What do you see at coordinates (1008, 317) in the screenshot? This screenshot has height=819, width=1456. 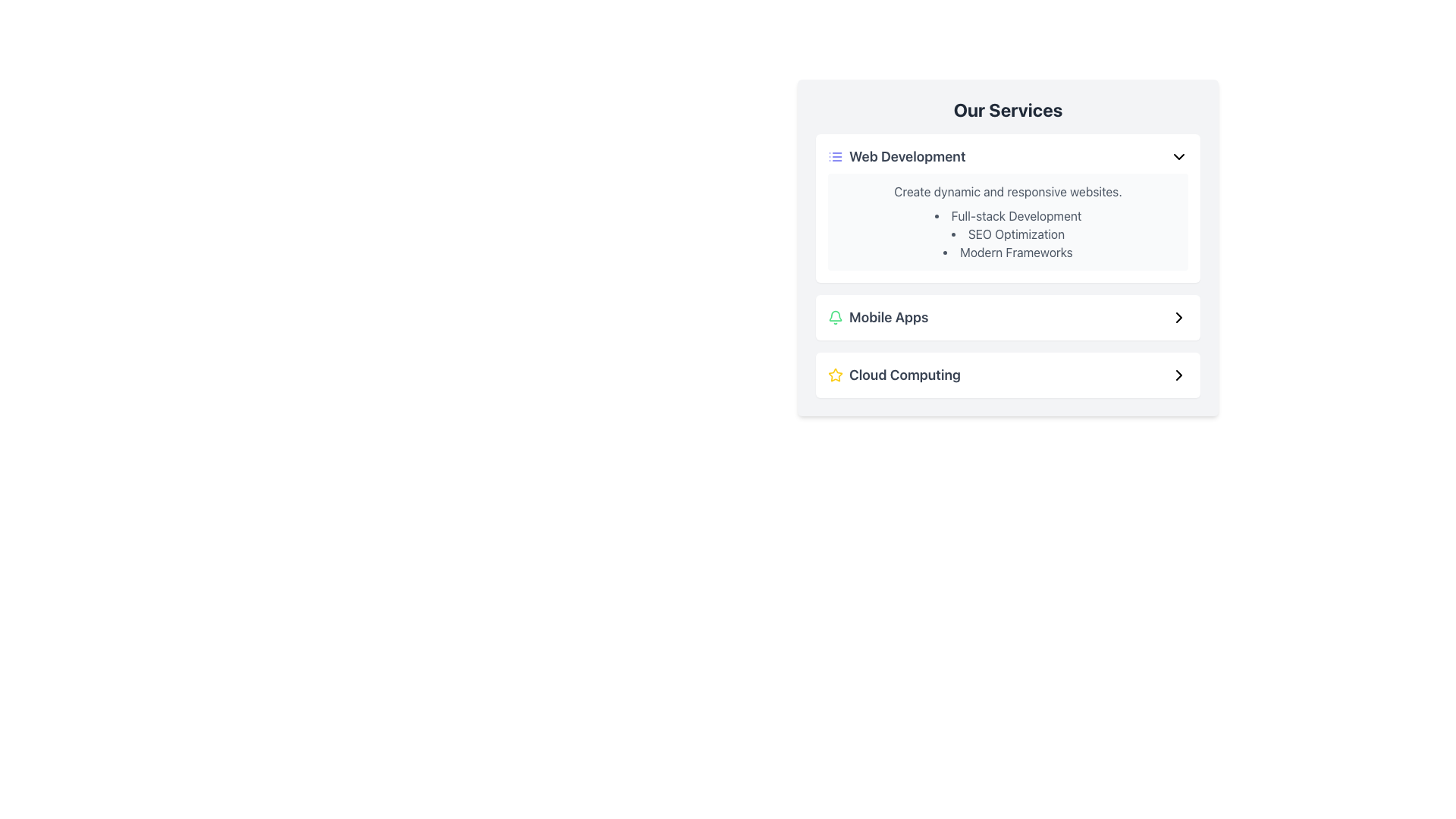 I see `the second button in the 'Our Services' section that leads to details about mobile apps` at bounding box center [1008, 317].